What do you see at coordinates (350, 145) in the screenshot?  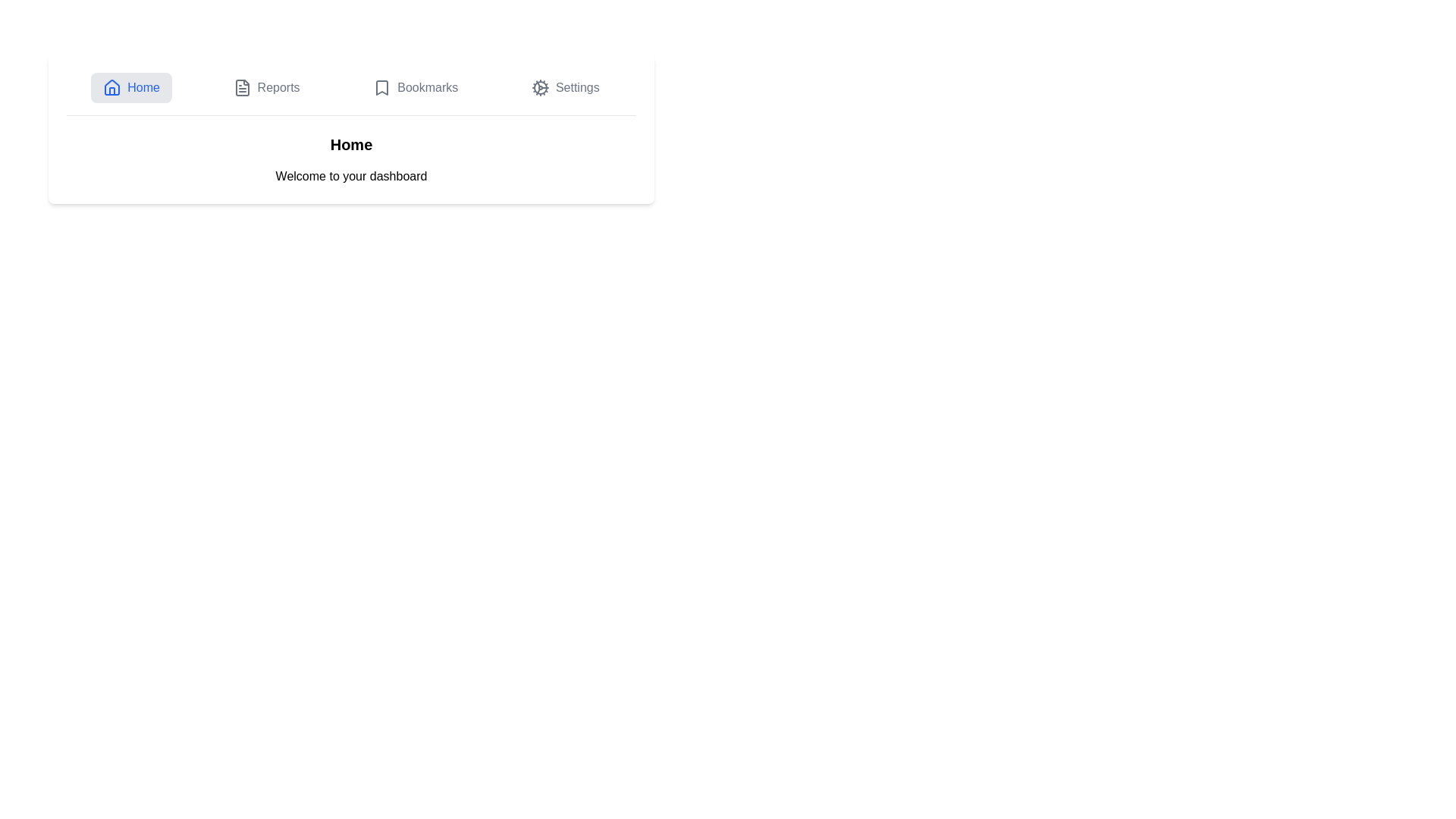 I see `heading text element that serves as the title for the main section of the interface, indicating the current view as 'Home'` at bounding box center [350, 145].